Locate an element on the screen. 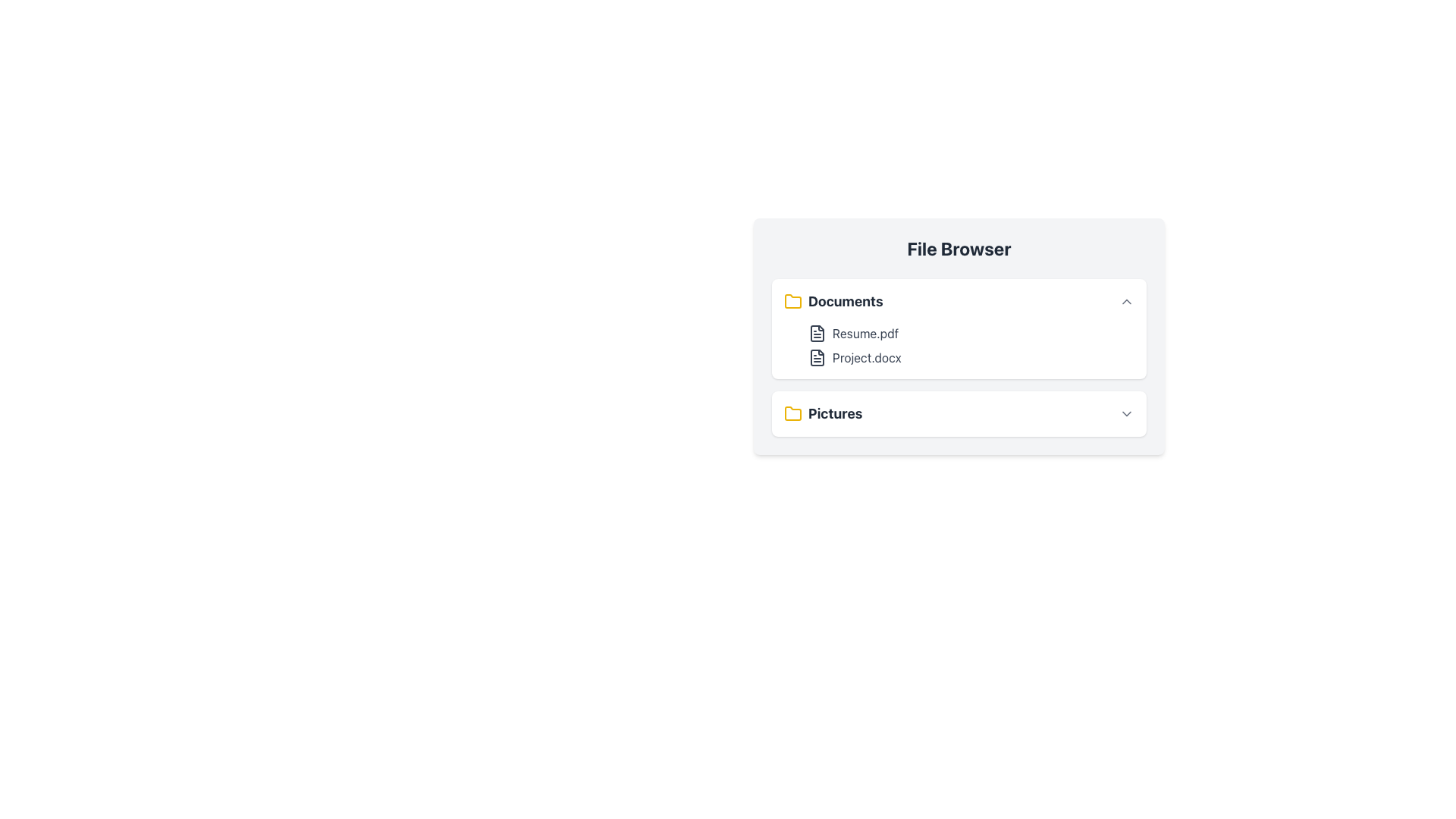  the file name 'Resume.pdf' located is located at coordinates (959, 345).